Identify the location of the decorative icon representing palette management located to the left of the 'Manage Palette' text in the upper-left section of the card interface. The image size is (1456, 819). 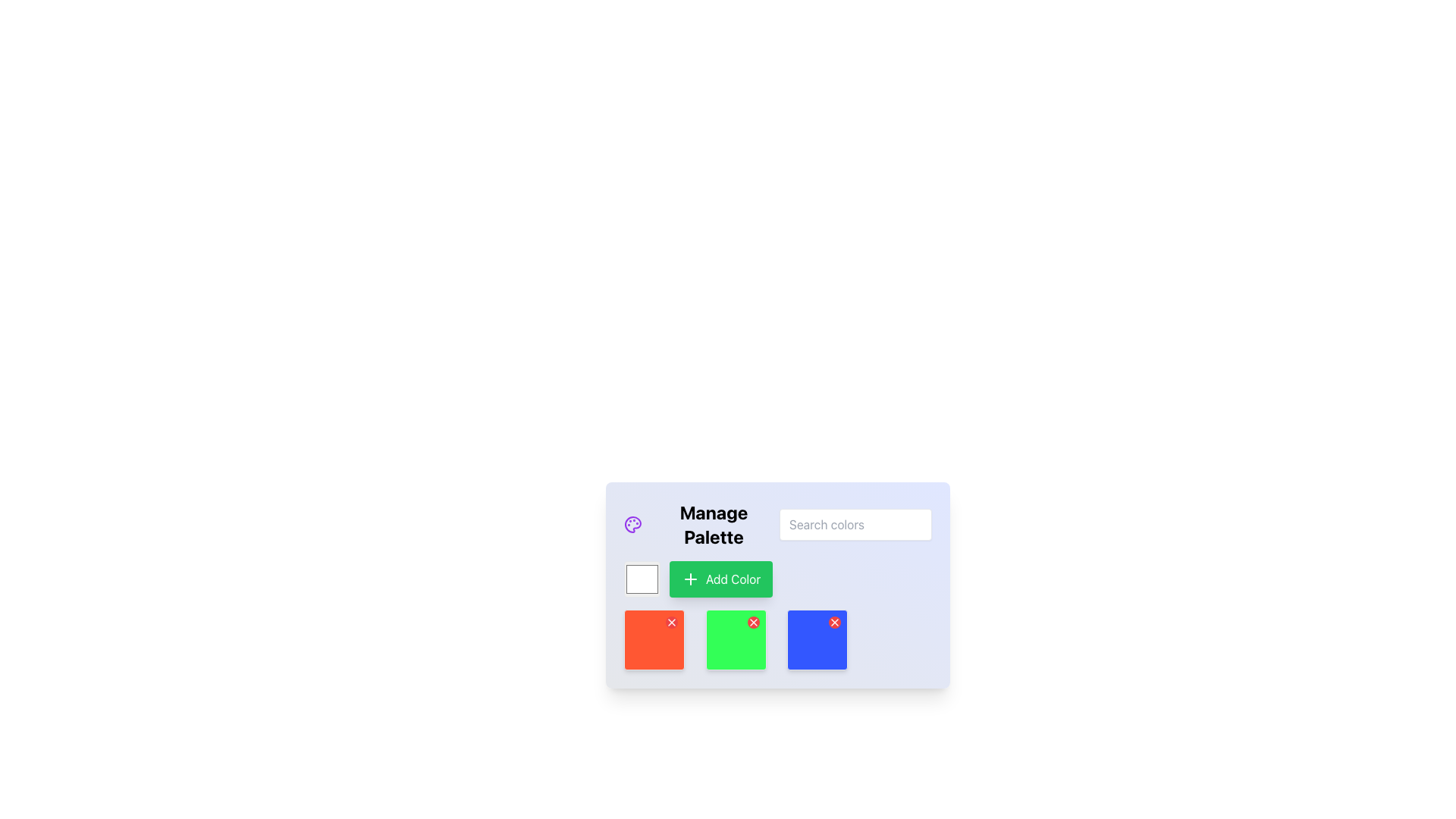
(633, 523).